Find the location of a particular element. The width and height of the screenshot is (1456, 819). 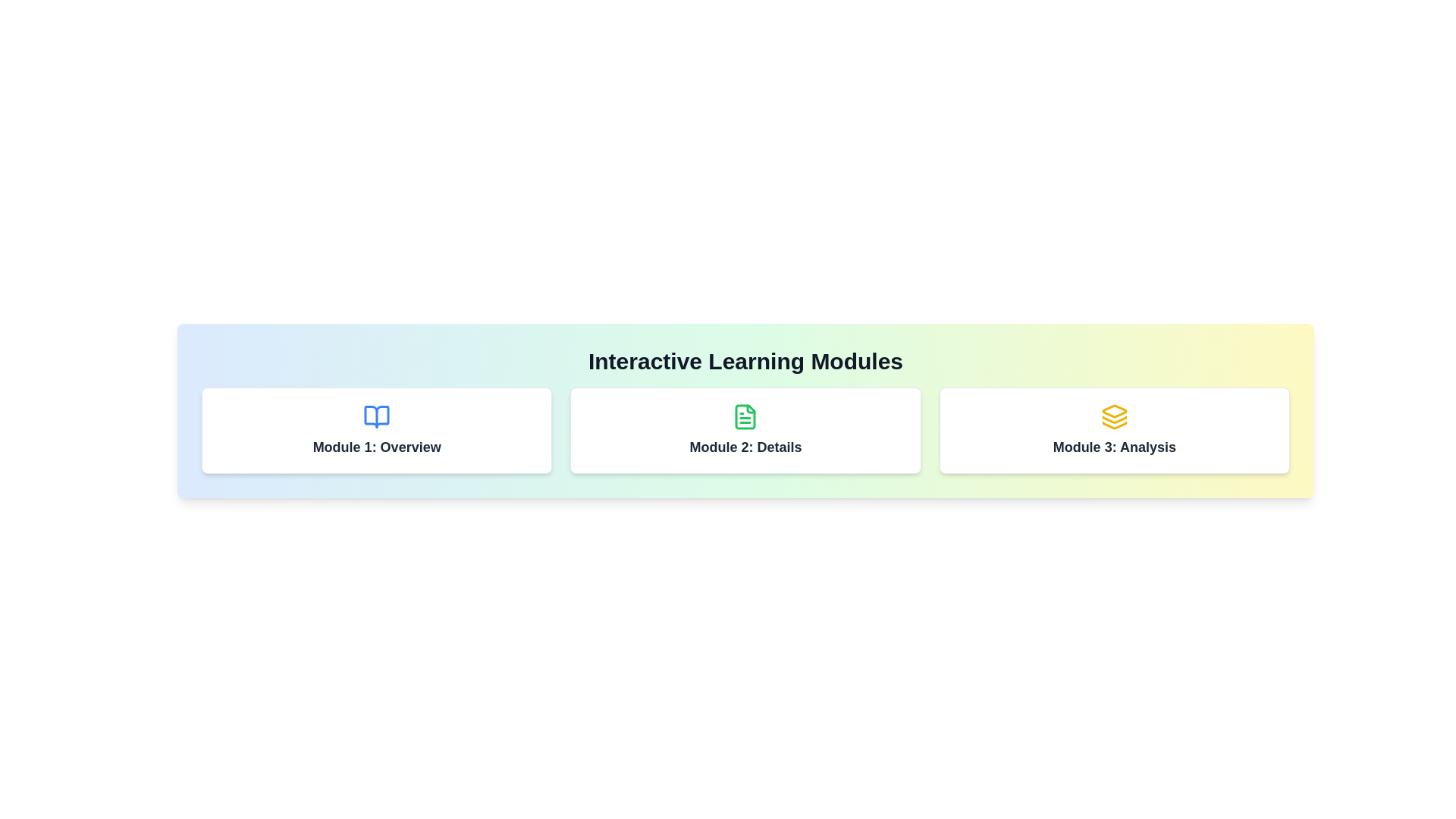

the text label that serves as the title for the third module, located centrally below the icon in the third module section is located at coordinates (1114, 447).